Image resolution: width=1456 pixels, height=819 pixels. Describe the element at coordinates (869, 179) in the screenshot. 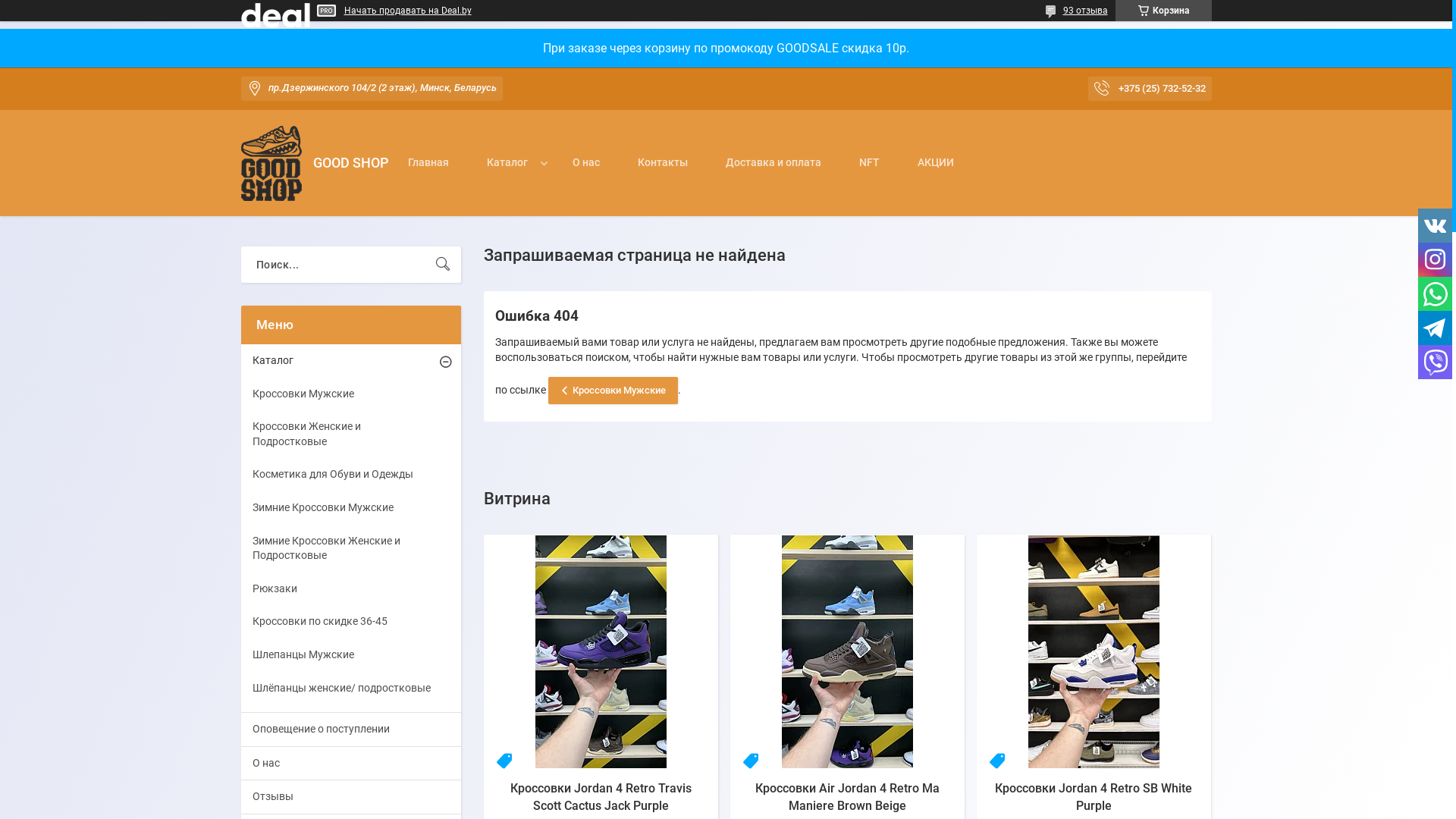

I see `'NFT'` at that location.